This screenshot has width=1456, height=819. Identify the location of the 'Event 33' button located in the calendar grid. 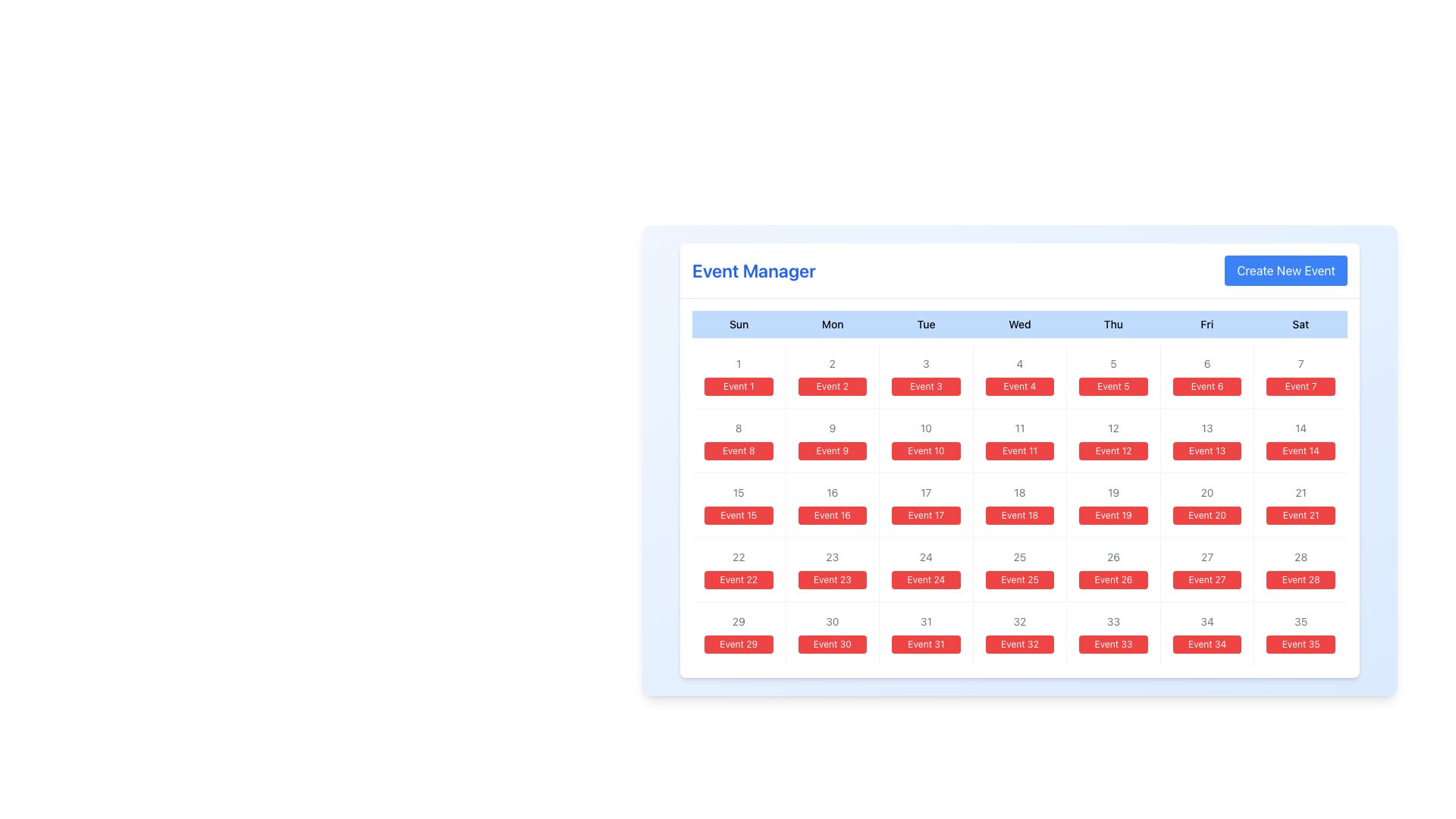
(1113, 644).